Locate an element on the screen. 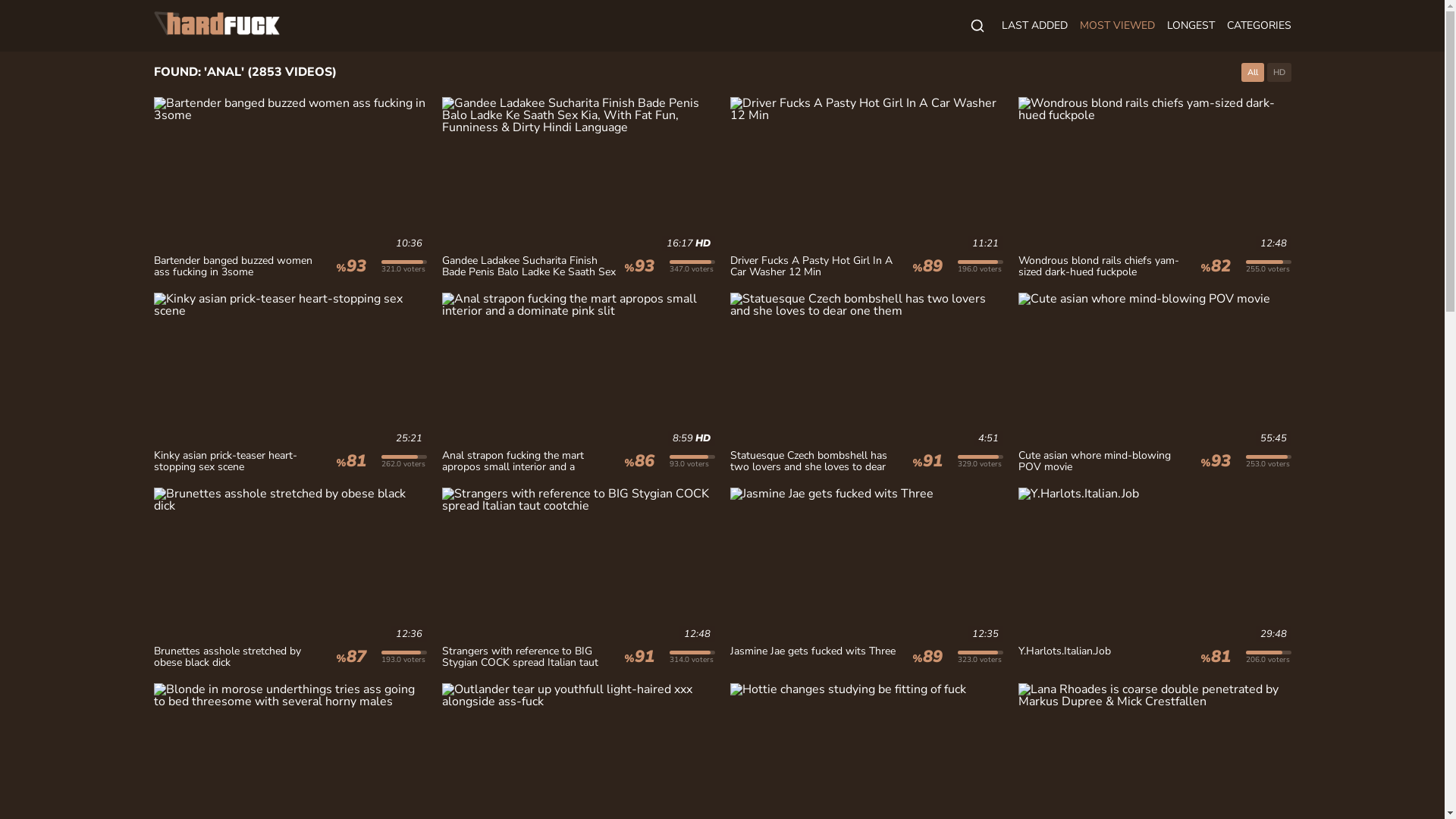  'HD' is located at coordinates (1277, 72).